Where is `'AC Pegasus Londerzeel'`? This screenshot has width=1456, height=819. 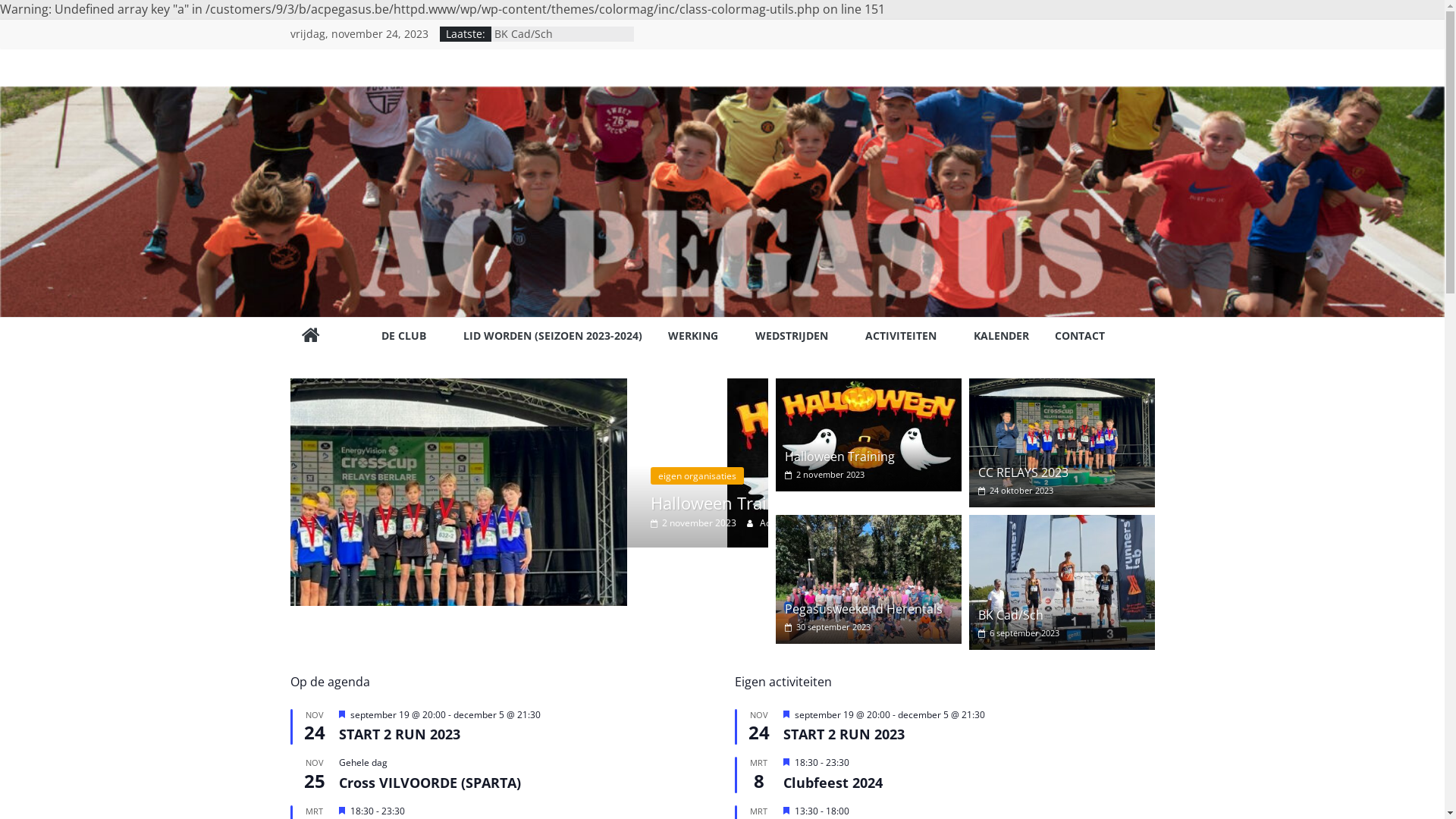
'AC Pegasus Londerzeel' is located at coordinates (309, 335).